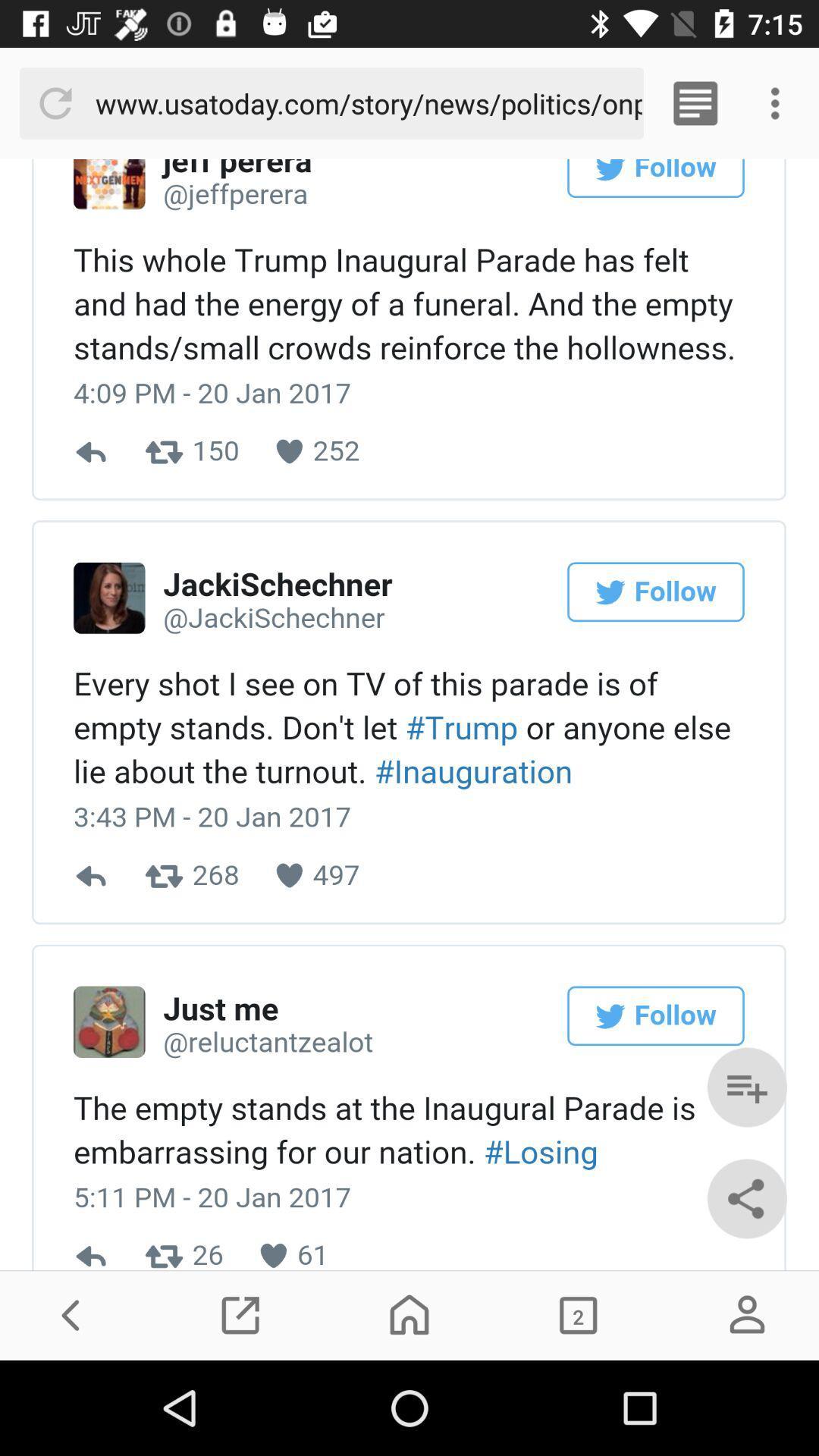 This screenshot has width=819, height=1456. I want to click on the arrow_backward icon, so click(71, 1314).